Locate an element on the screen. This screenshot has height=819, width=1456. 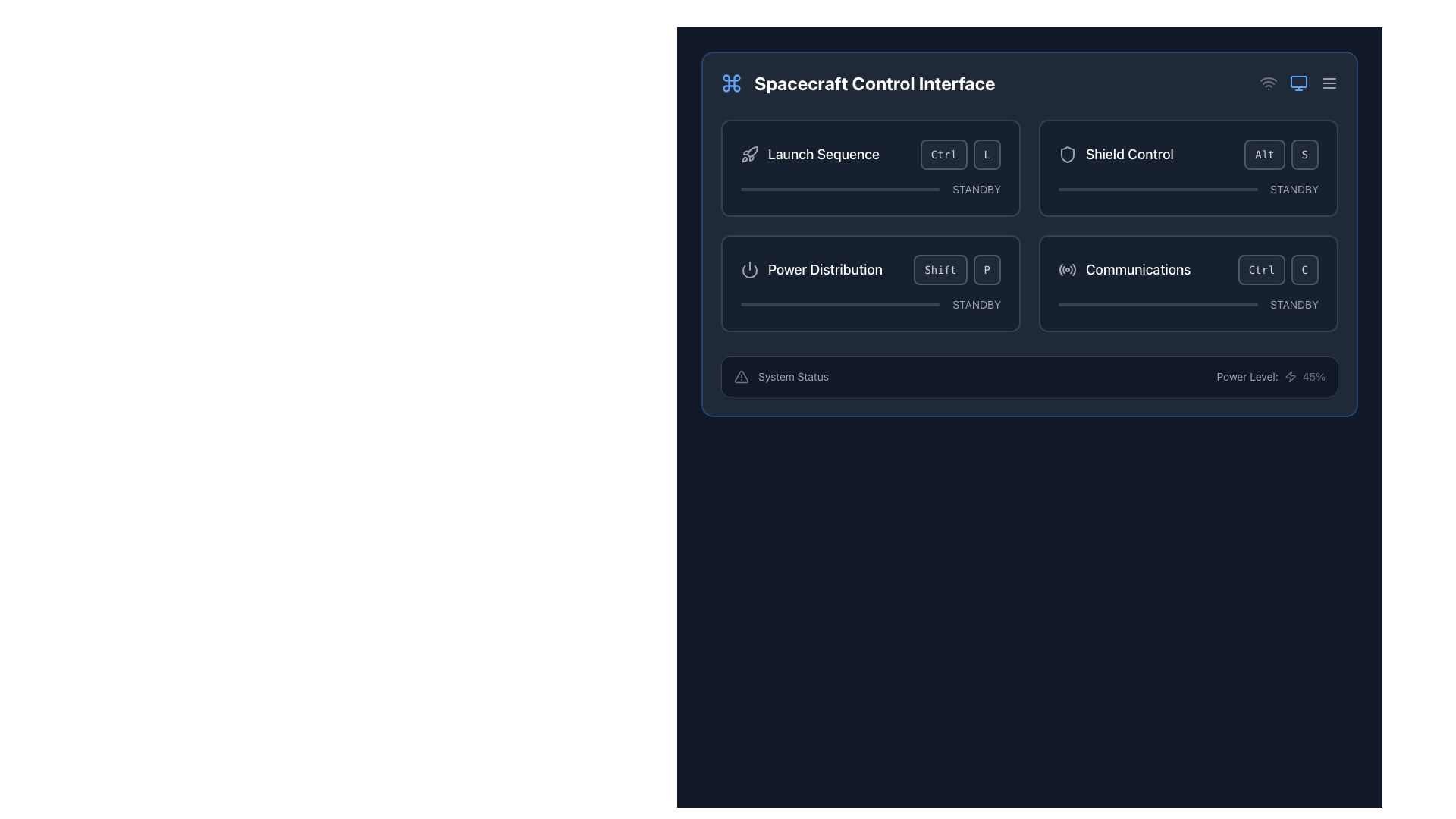
the state of the progress bar labeled 'STANDBY', which is located in the 'Communications' section towards the bottom right, directly left of the 'STANDBY' text is located at coordinates (1188, 304).